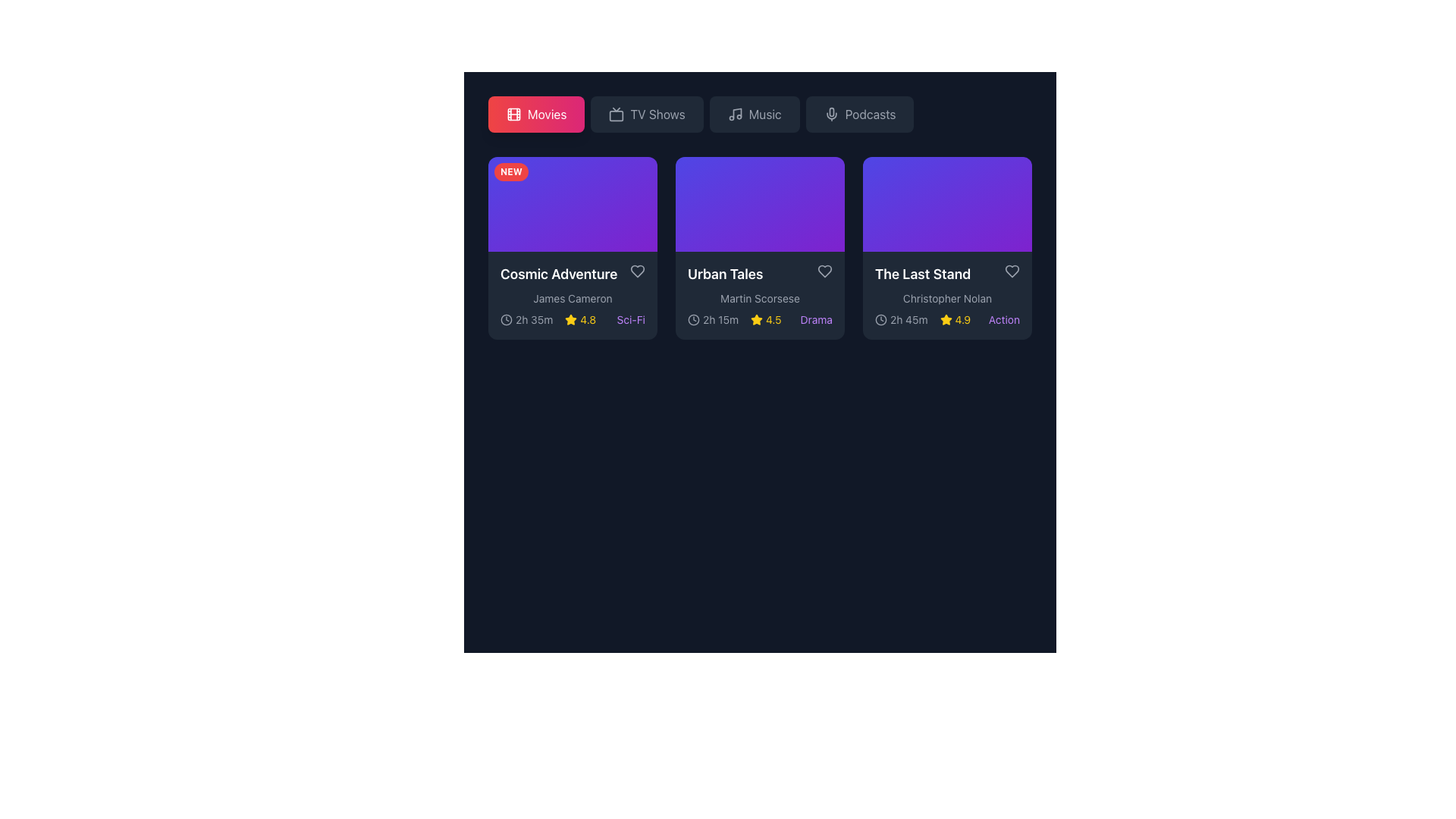  I want to click on the text label displaying '2h 45m' in gray font, which indicates the duration of the film 'The Last Stand' and is located to the right of a clock icon, so click(908, 319).